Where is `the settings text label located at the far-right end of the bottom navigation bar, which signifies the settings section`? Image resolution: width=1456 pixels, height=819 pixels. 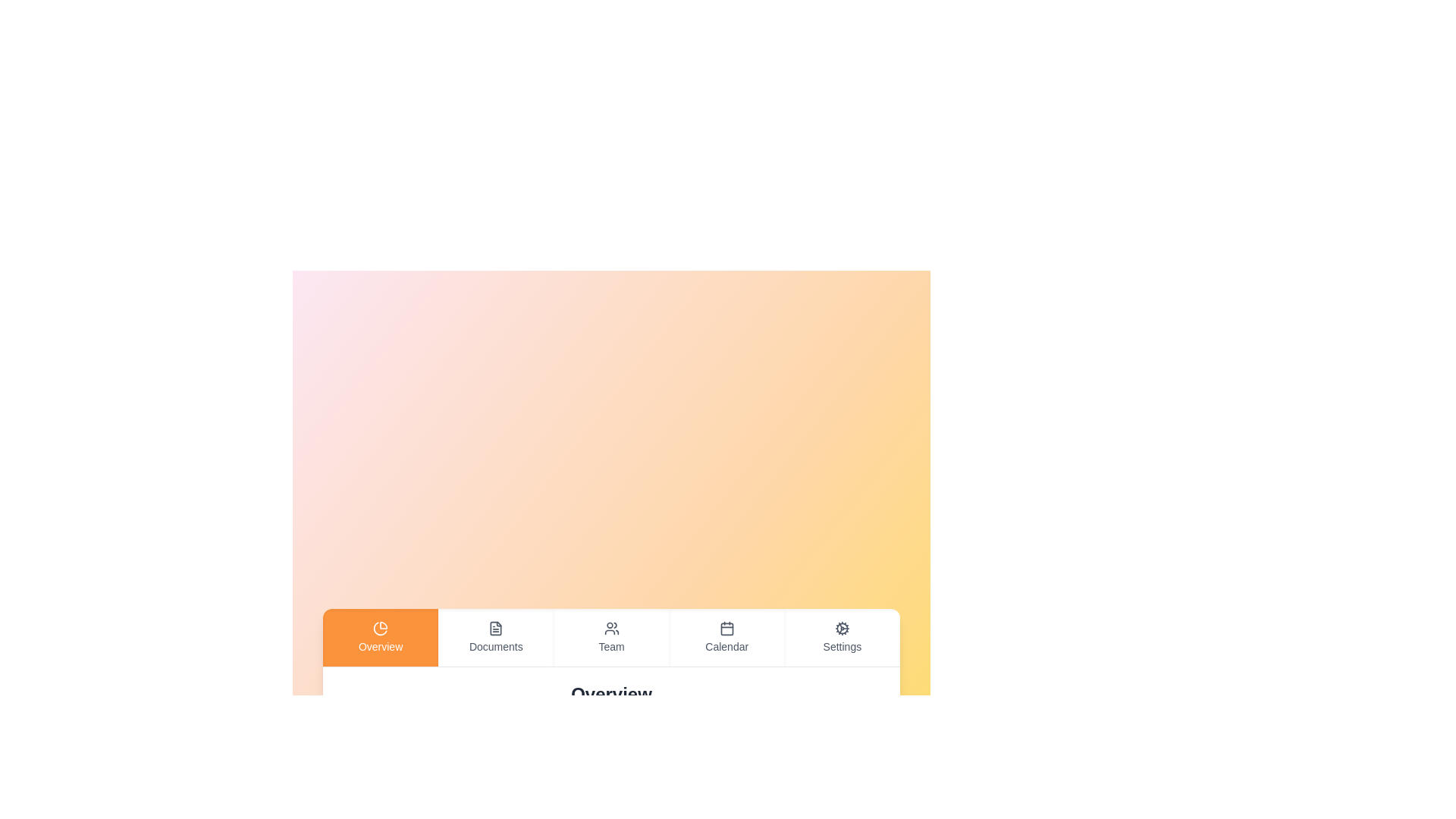 the settings text label located at the far-right end of the bottom navigation bar, which signifies the settings section is located at coordinates (841, 646).